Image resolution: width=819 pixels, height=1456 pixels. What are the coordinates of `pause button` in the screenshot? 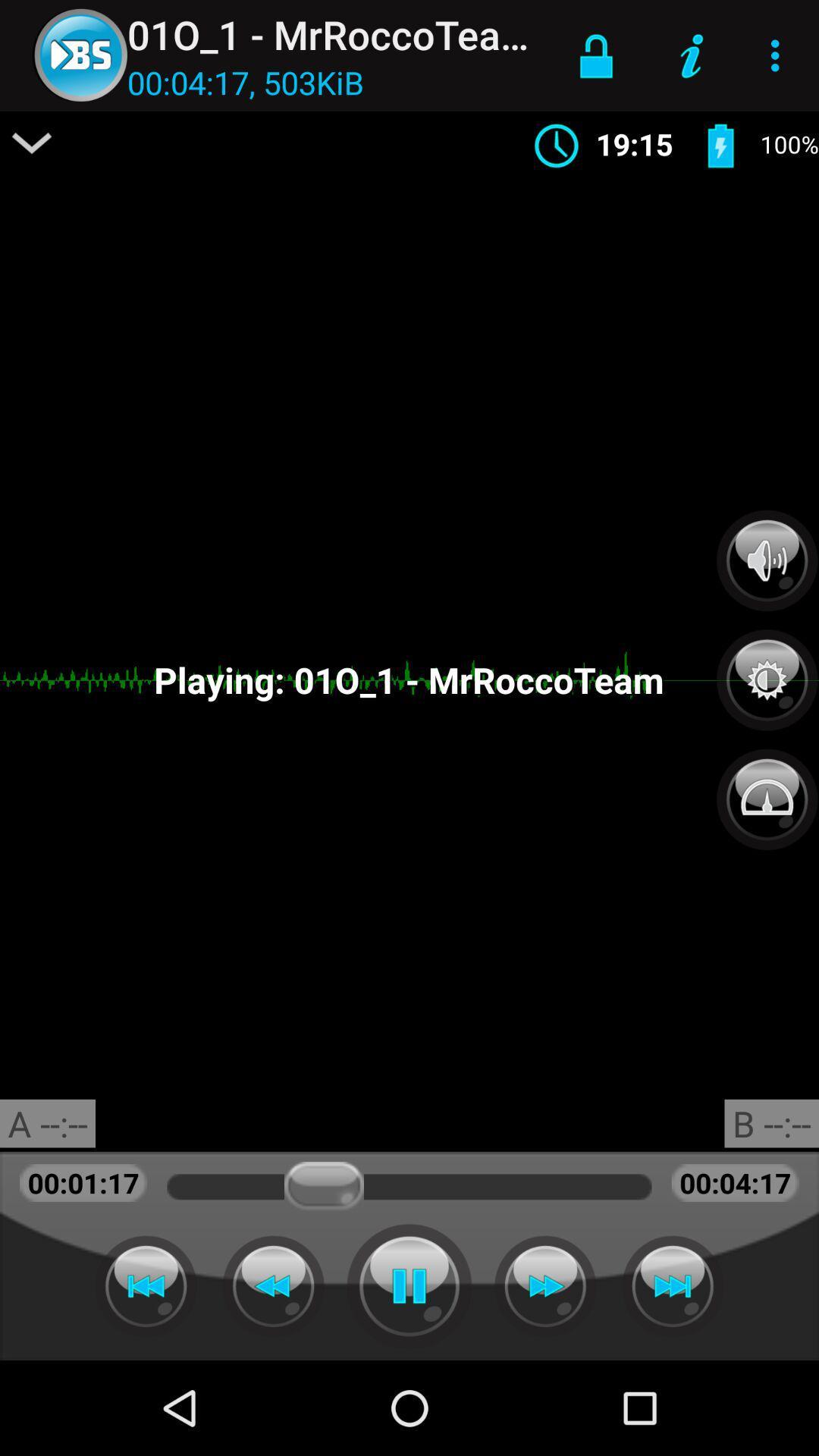 It's located at (409, 1285).